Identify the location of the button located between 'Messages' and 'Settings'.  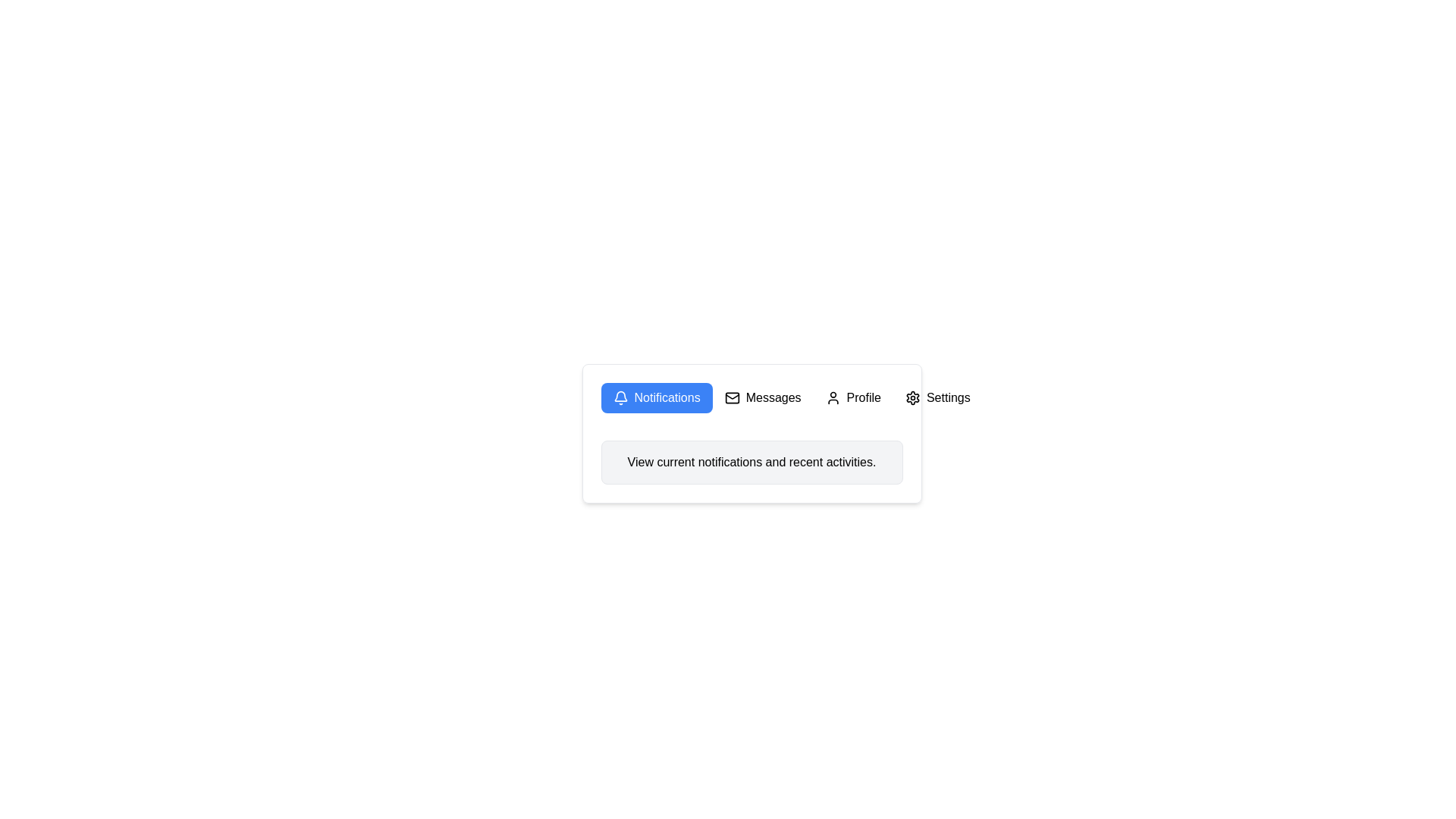
(853, 397).